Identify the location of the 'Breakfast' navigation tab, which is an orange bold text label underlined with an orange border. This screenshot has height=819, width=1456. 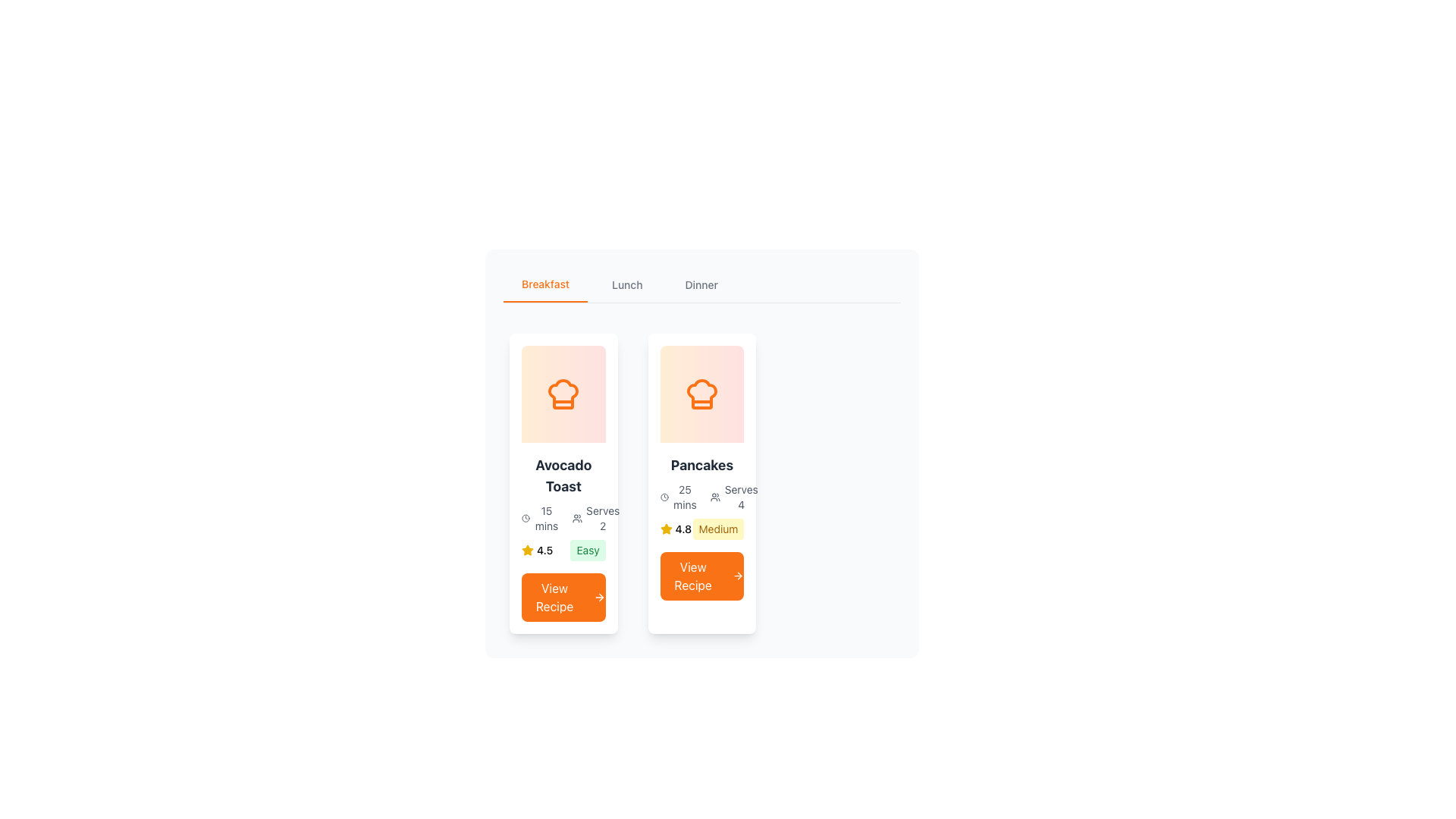
(545, 284).